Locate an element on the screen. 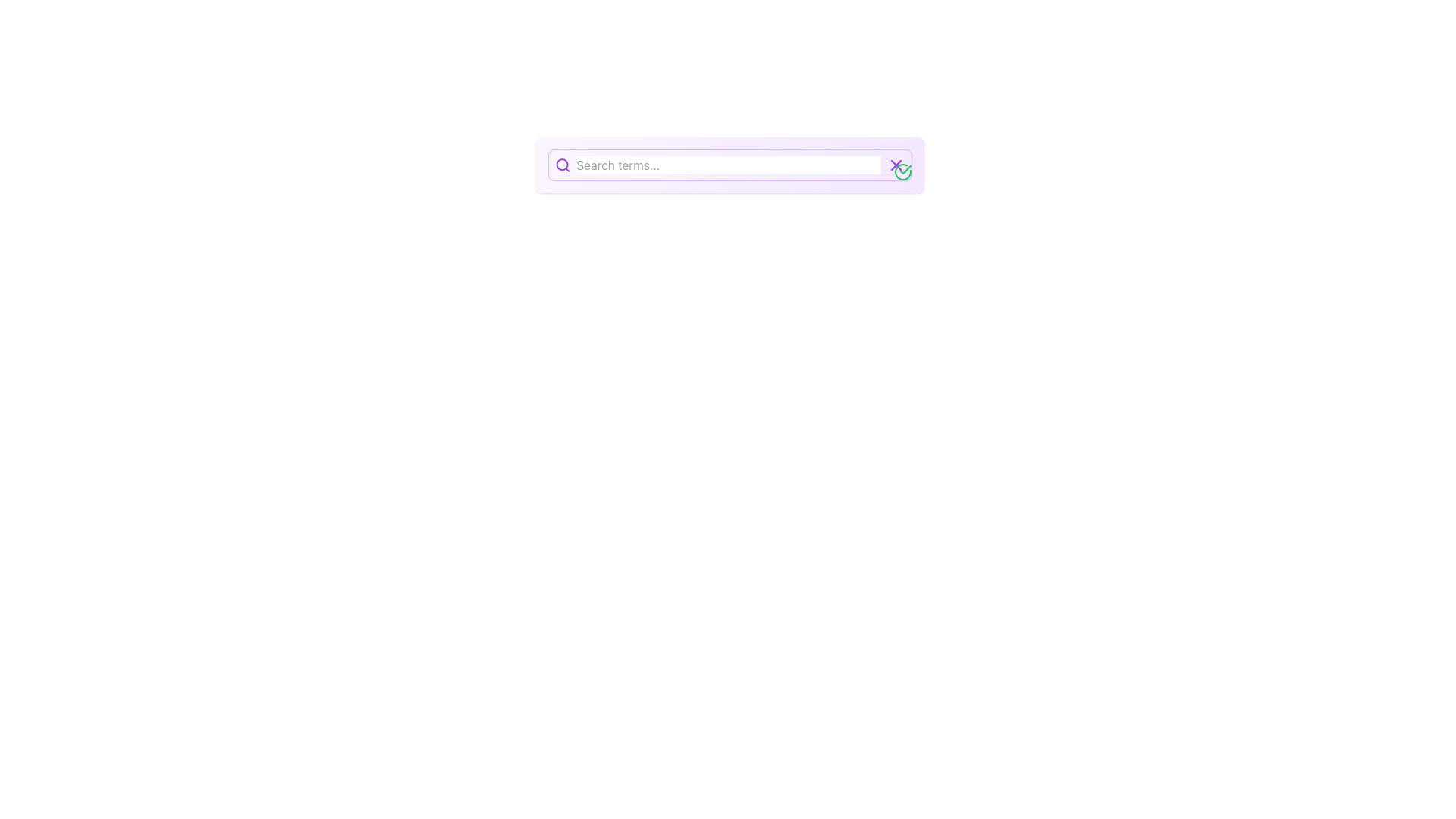 The width and height of the screenshot is (1456, 819). the checkmark icon within the circular green outlined icon located at the bottom-right corner of the search bar is located at coordinates (905, 169).